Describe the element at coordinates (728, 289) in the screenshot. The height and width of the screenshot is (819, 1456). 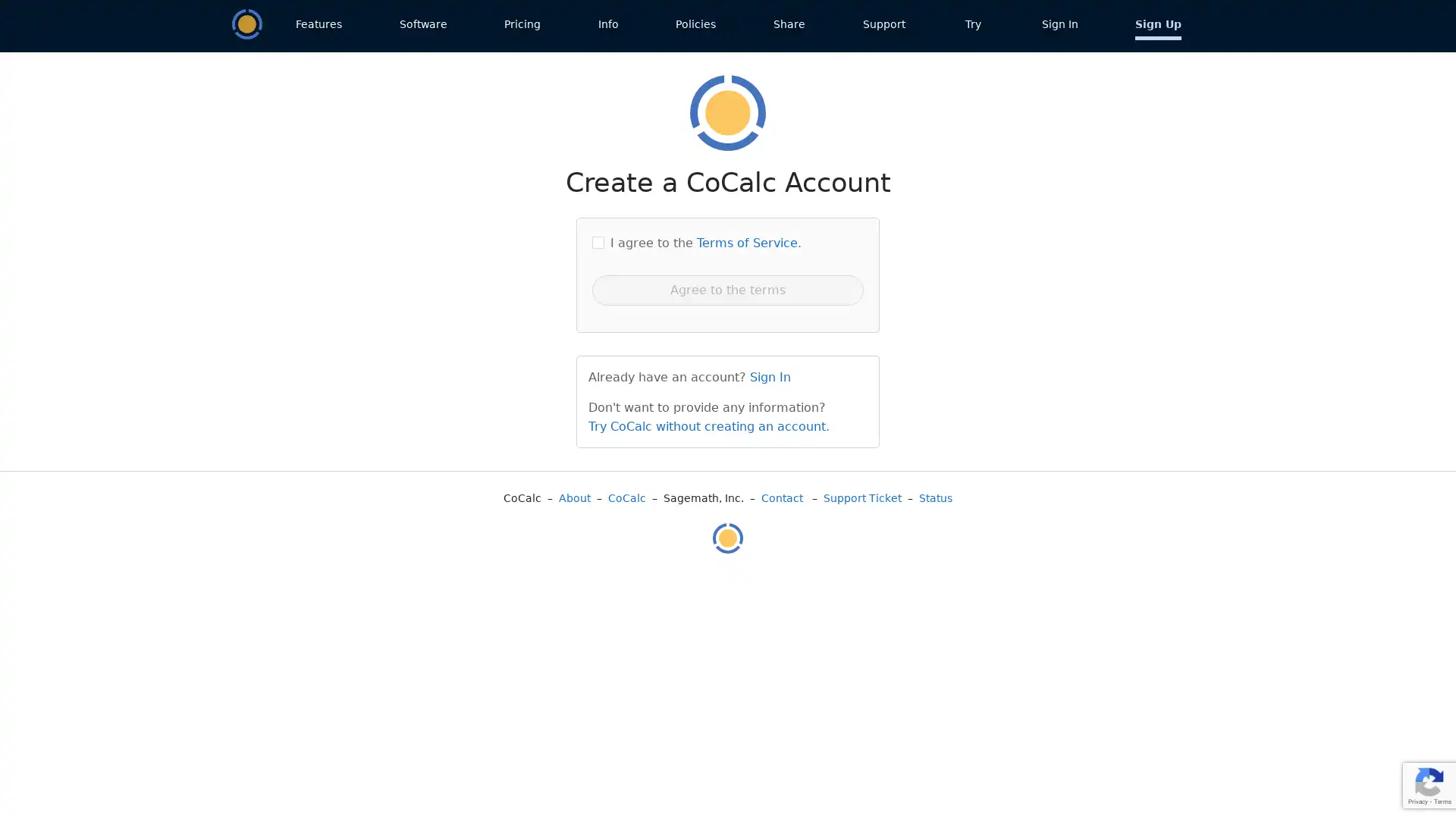
I see `Agree to the terms` at that location.